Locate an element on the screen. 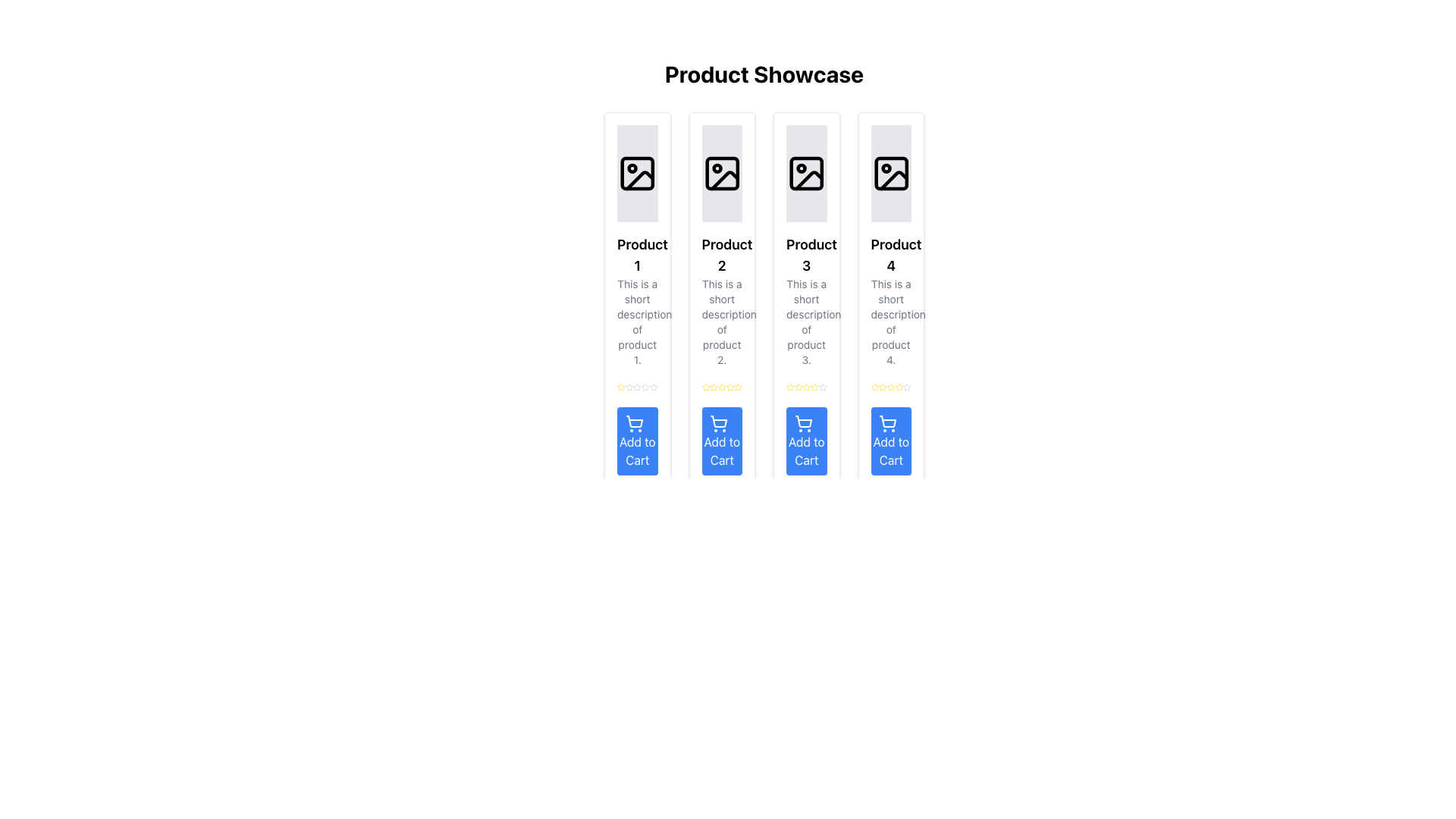  the button located at the bottom of the fourth product card is located at coordinates (891, 441).